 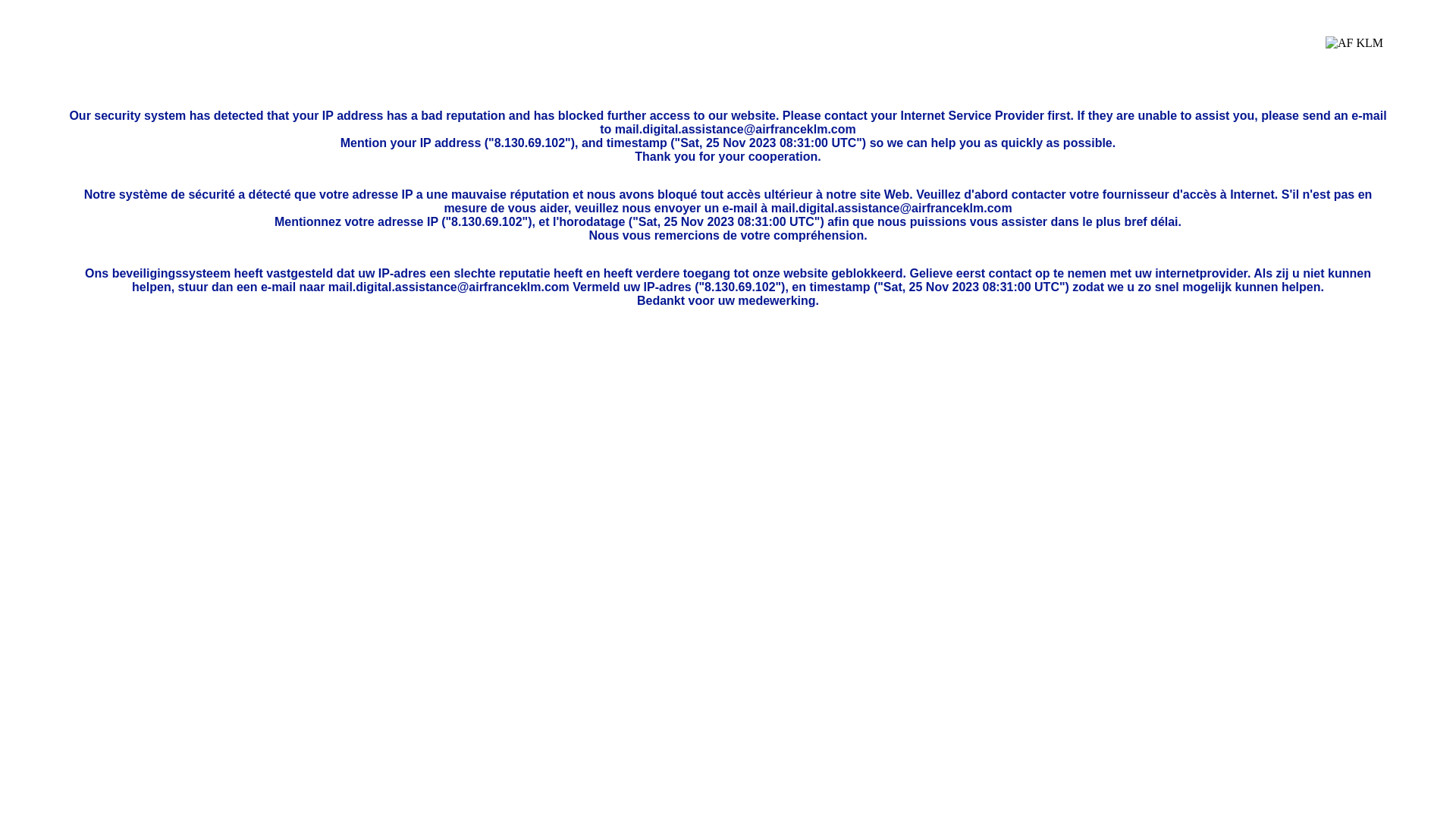 What do you see at coordinates (1324, 54) in the screenshot?
I see `'AF KLM'` at bounding box center [1324, 54].